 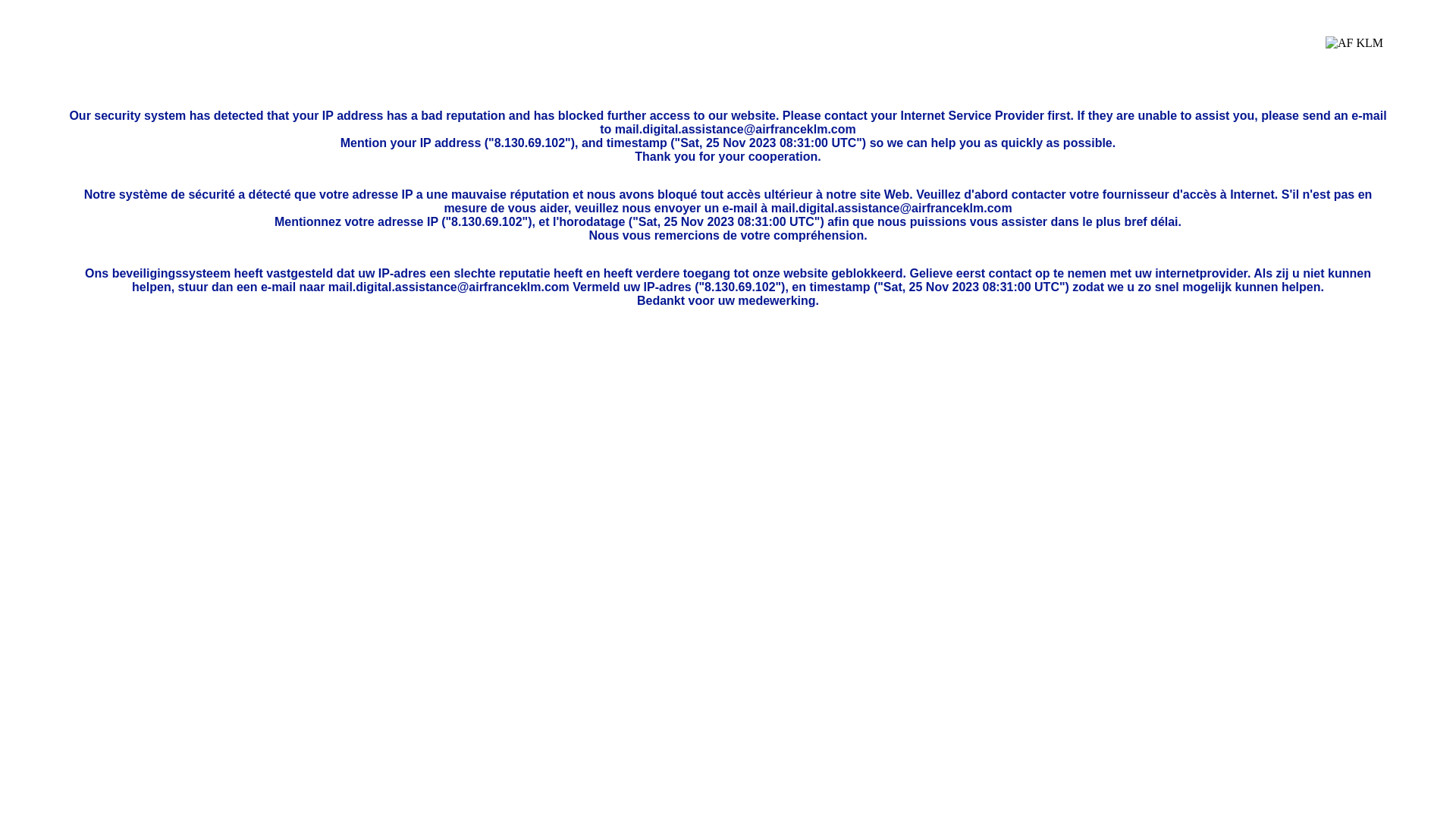 What do you see at coordinates (1324, 54) in the screenshot?
I see `'AF KLM'` at bounding box center [1324, 54].